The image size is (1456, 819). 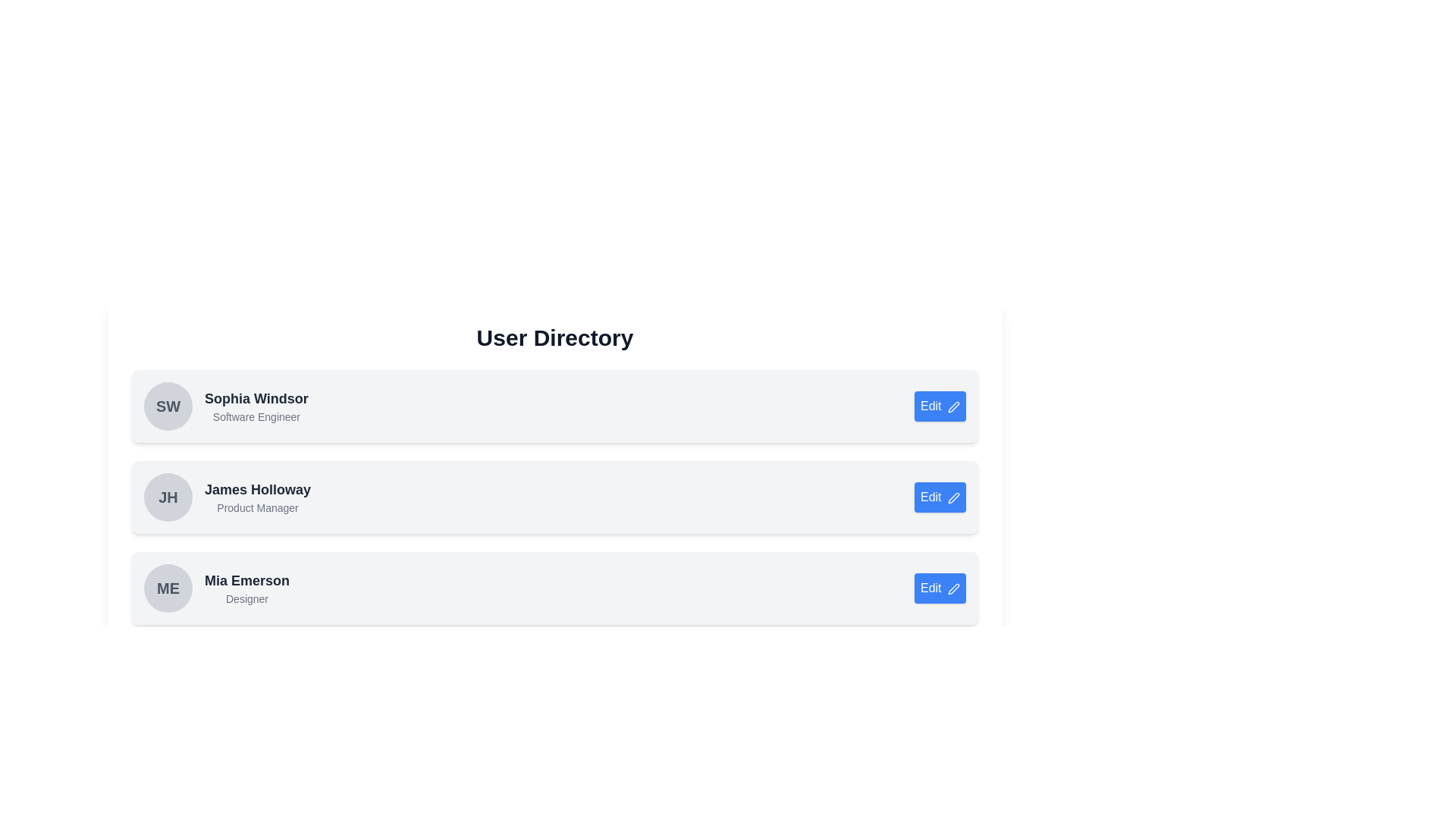 What do you see at coordinates (554, 337) in the screenshot?
I see `text header titled 'User Directory' which serves as a title for the section indicating the purpose of the content below` at bounding box center [554, 337].